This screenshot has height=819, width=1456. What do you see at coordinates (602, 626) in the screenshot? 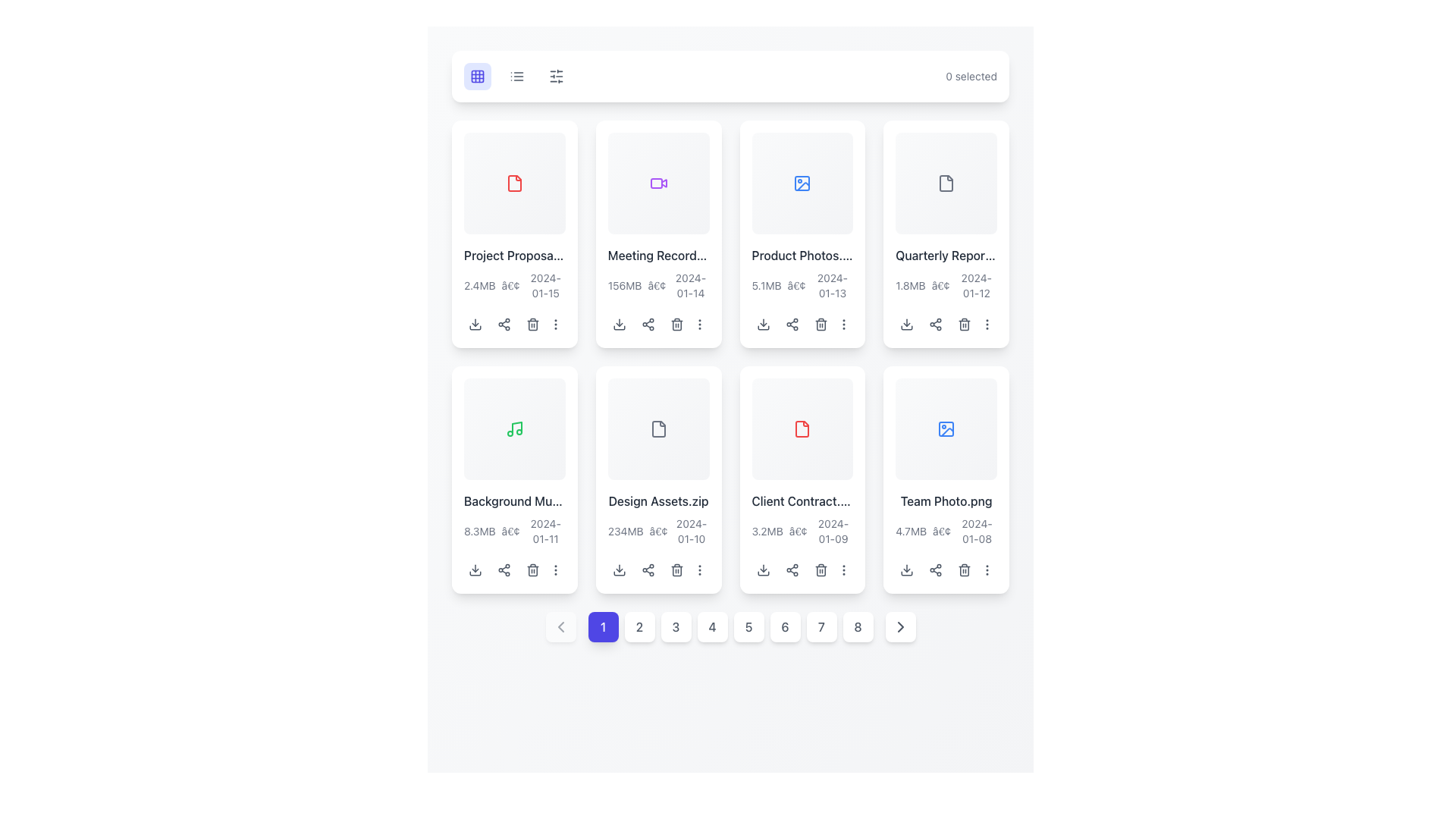
I see `the first navigational button located near the bottom center of the interface` at bounding box center [602, 626].